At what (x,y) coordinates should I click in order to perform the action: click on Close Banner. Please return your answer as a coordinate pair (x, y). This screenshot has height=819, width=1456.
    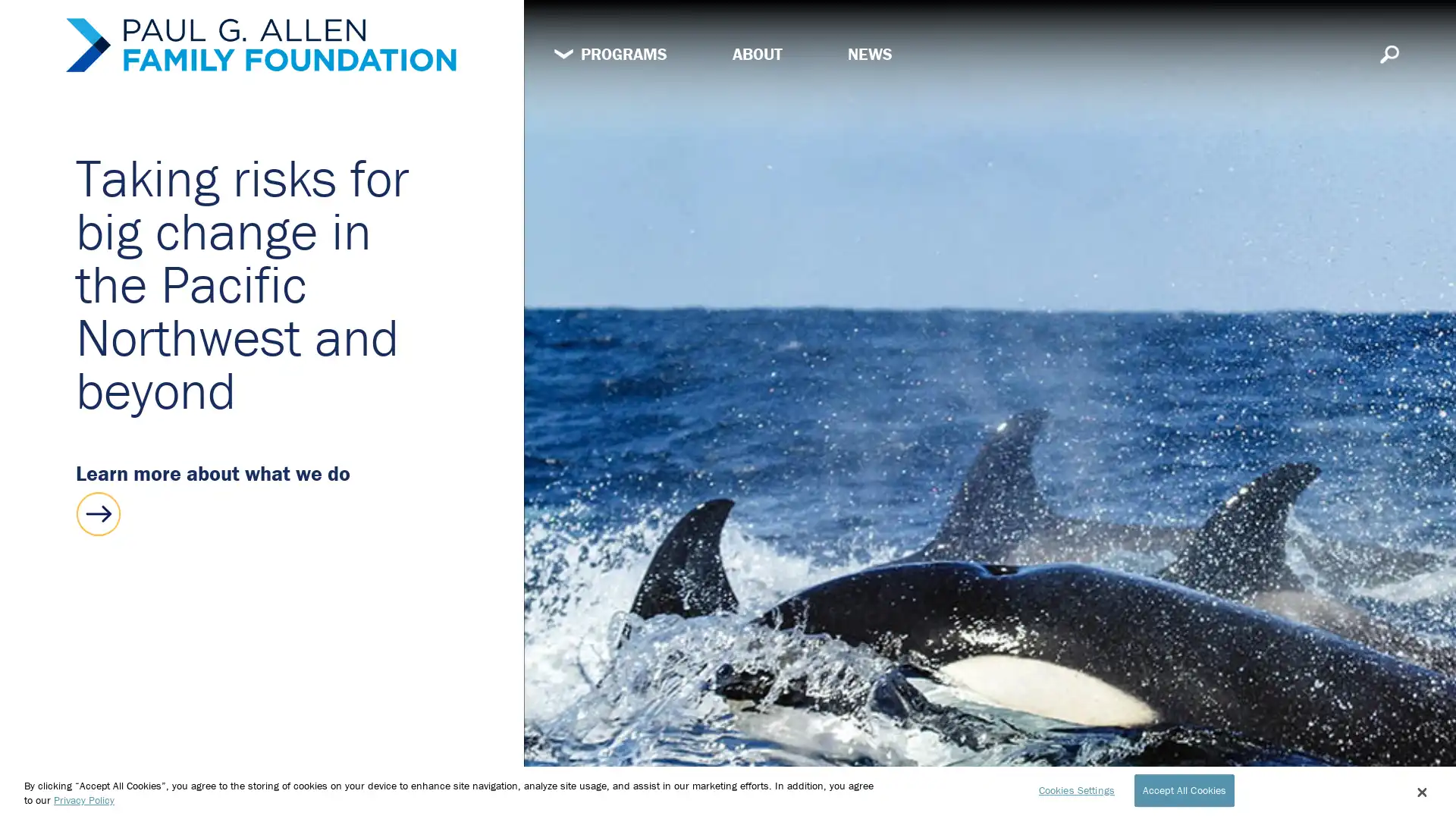
    Looking at the image, I should click on (1420, 792).